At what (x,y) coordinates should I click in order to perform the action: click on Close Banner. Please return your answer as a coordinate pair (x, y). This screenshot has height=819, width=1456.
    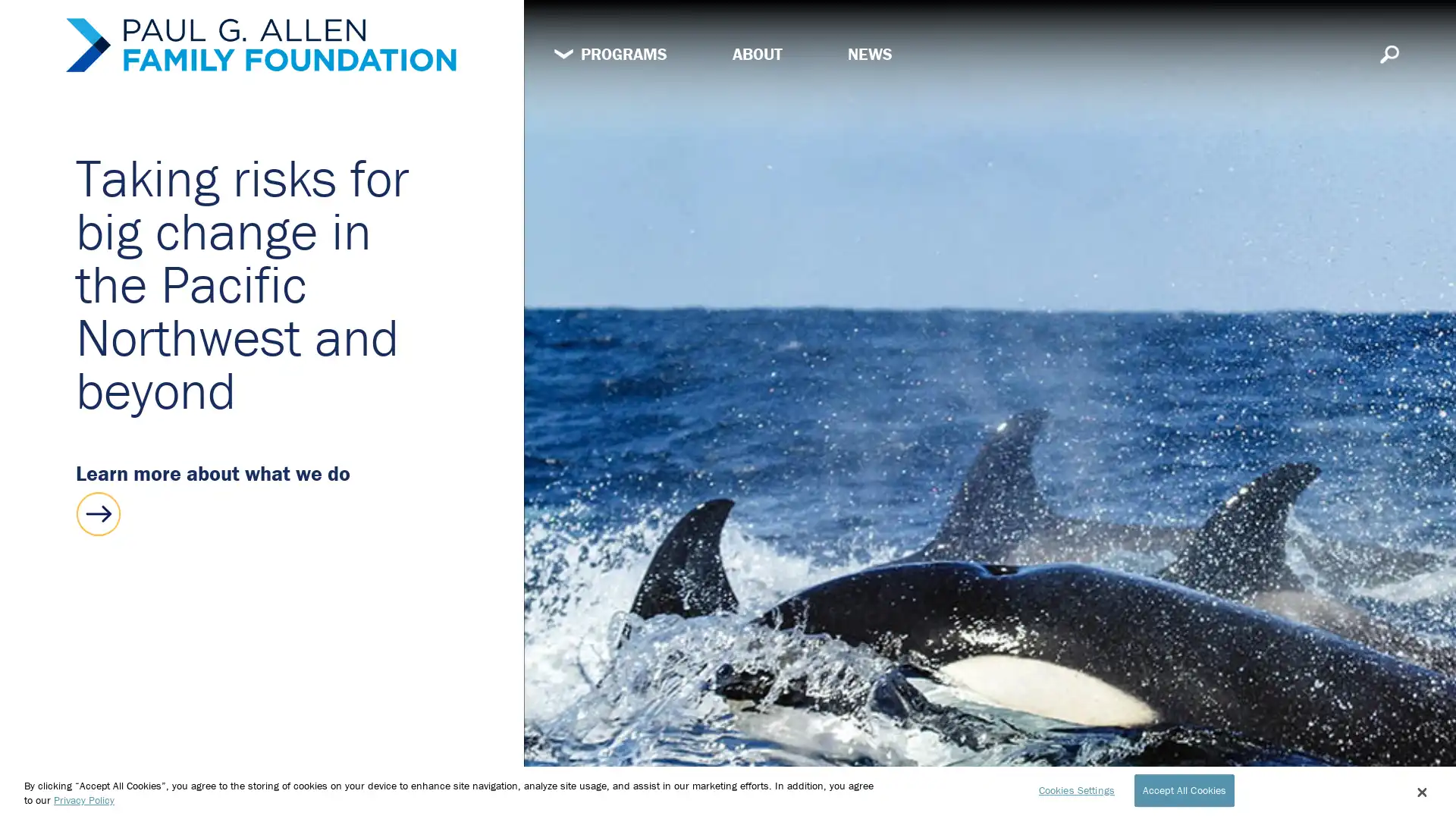
    Looking at the image, I should click on (1420, 792).